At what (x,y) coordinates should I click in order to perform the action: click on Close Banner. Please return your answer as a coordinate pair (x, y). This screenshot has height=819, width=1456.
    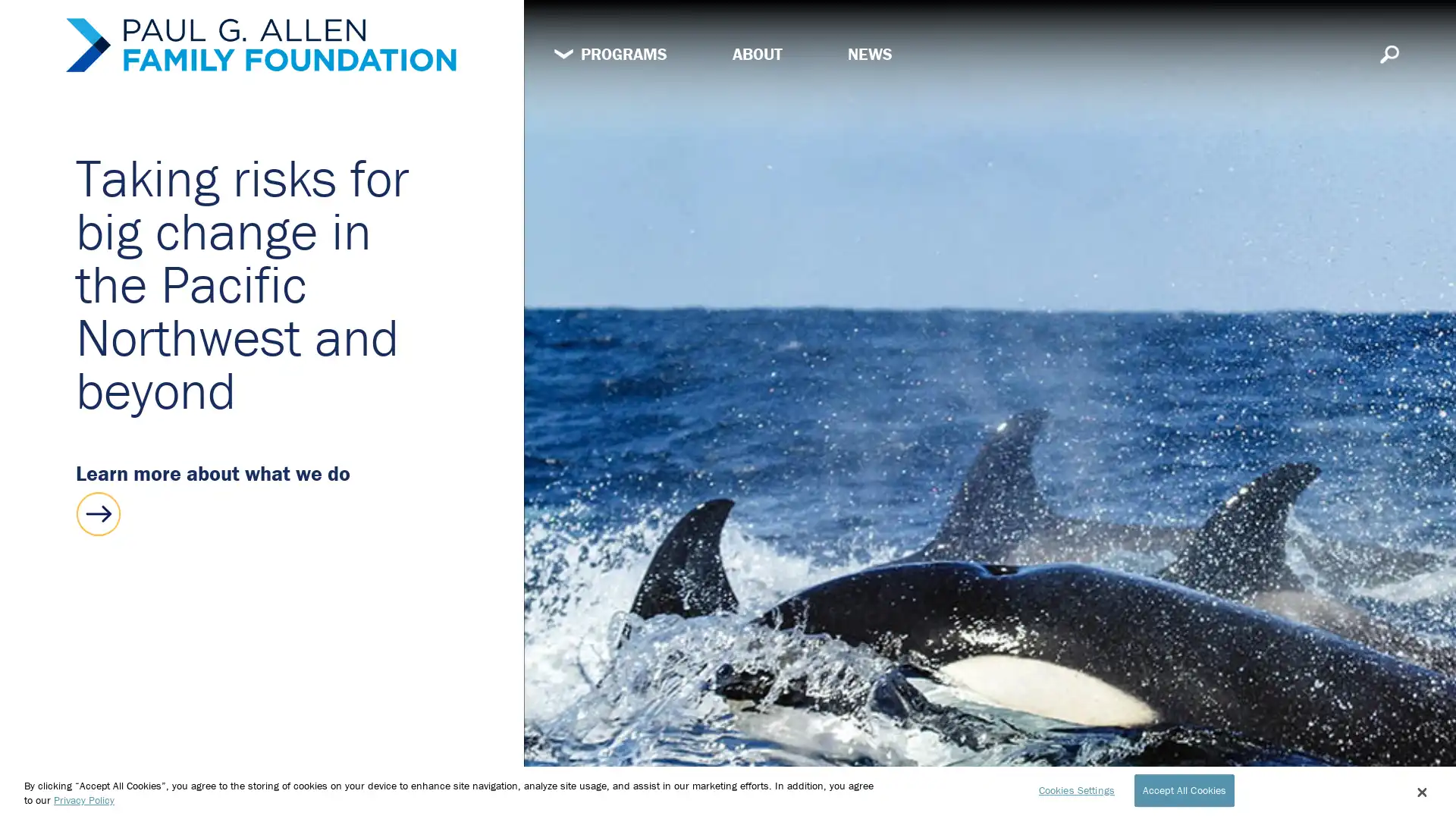
    Looking at the image, I should click on (1420, 792).